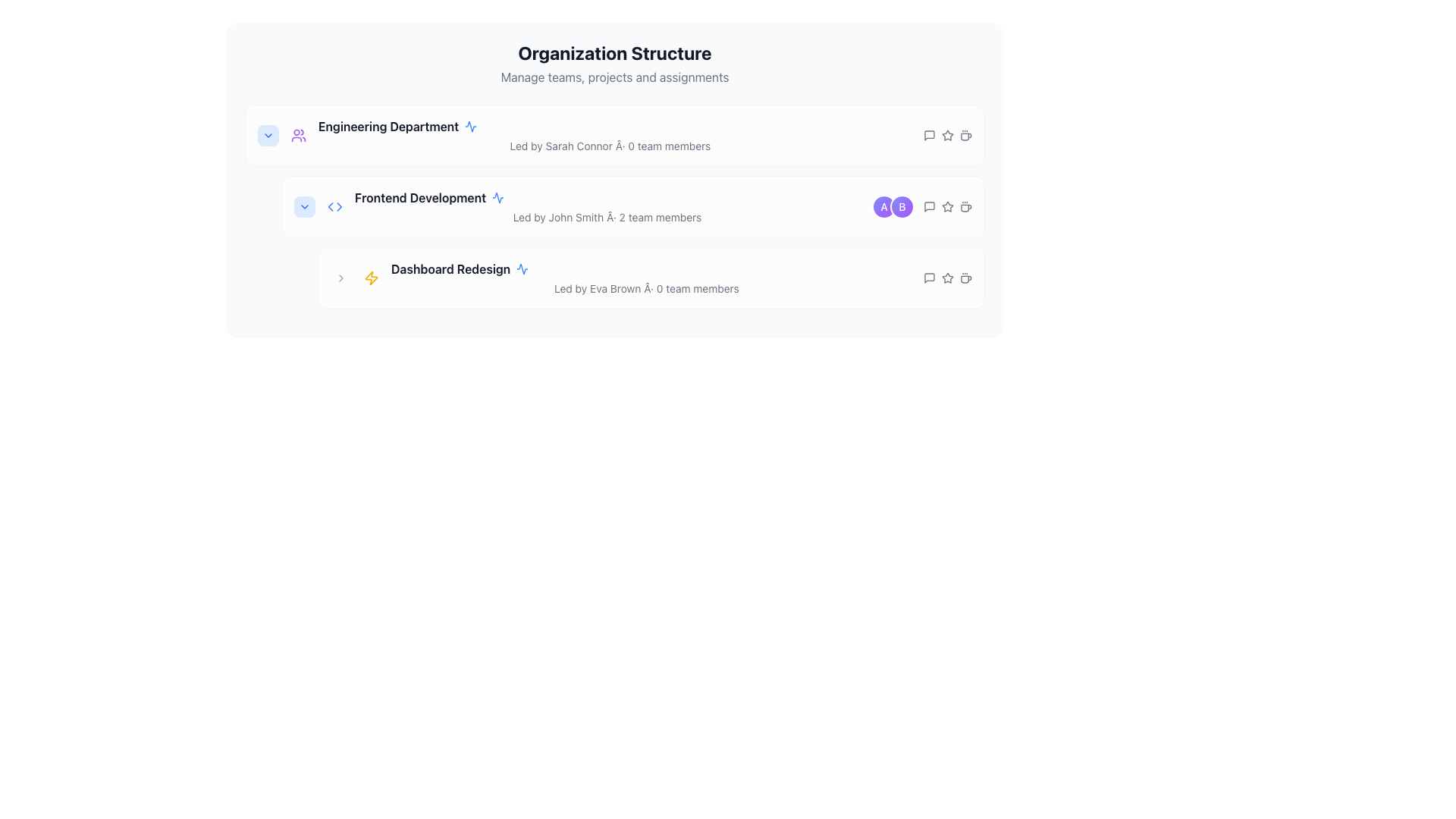 This screenshot has width=1456, height=819. What do you see at coordinates (304, 207) in the screenshot?
I see `the down-facing chevron icon within the blue circular button in the 'Engineering Department' section` at bounding box center [304, 207].